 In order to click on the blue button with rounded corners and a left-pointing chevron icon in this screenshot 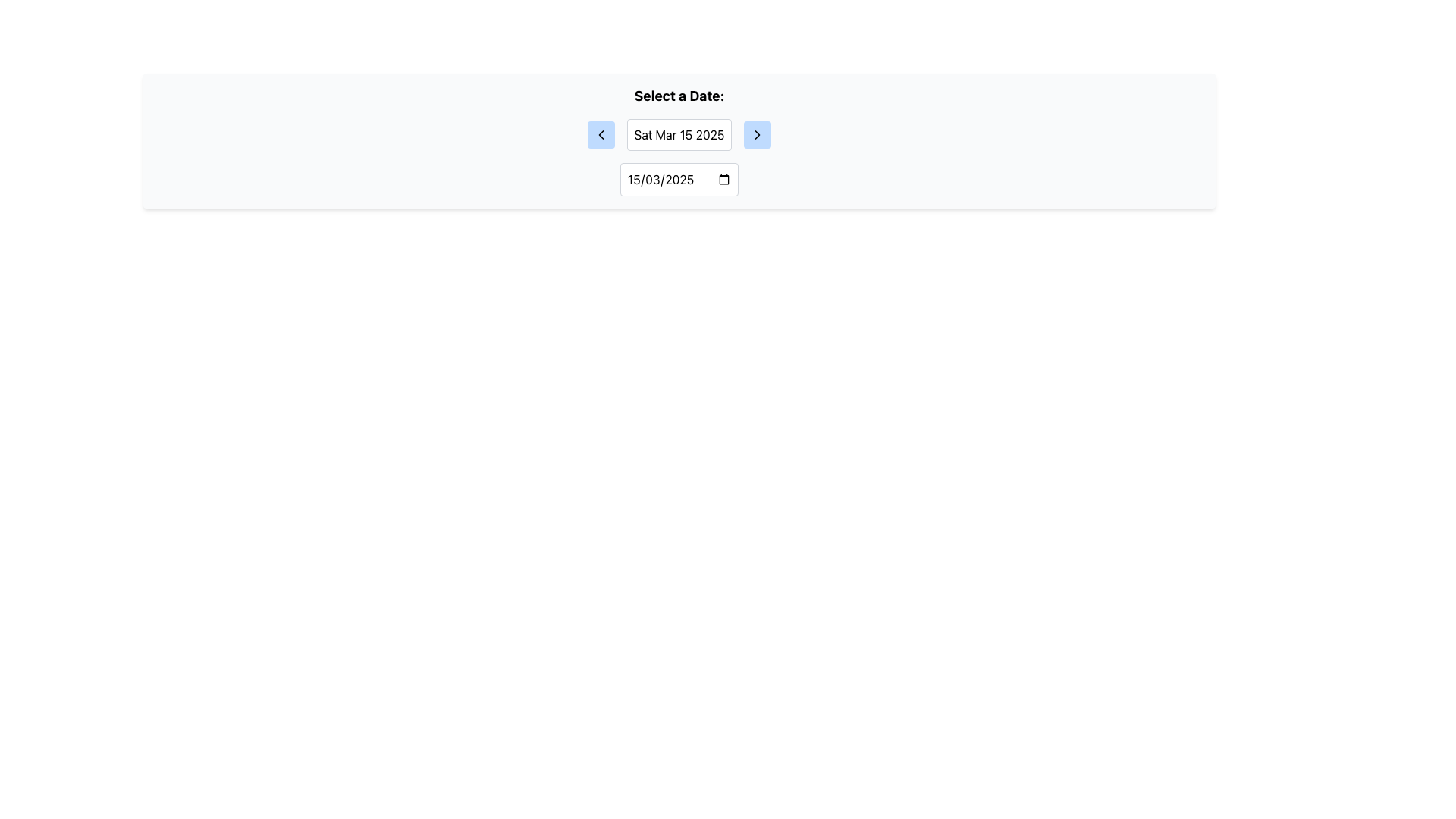, I will do `click(601, 133)`.